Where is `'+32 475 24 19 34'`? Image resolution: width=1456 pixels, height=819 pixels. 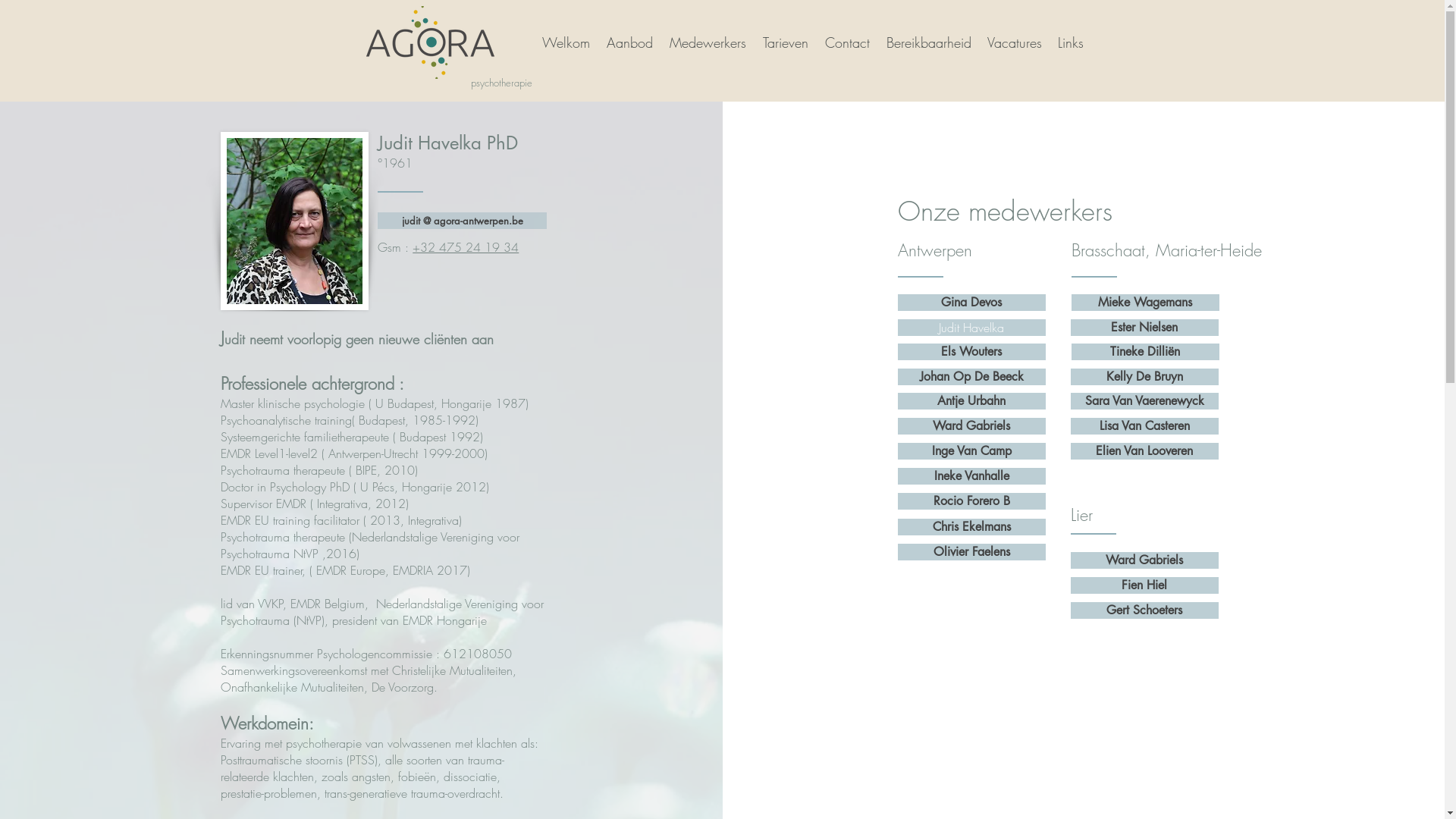 '+32 475 24 19 34' is located at coordinates (465, 246).